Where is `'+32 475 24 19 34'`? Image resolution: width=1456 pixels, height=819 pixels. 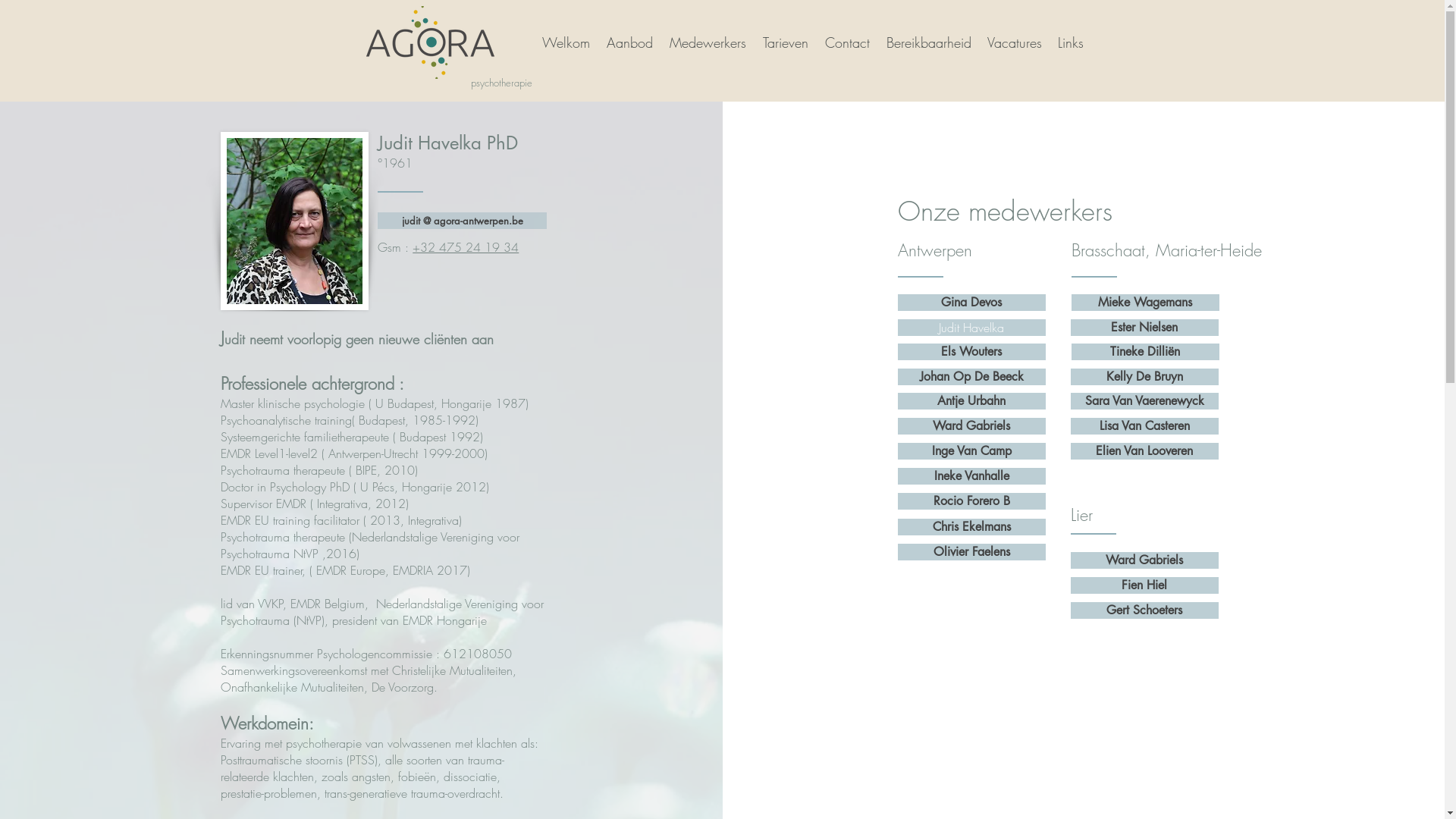 '+32 475 24 19 34' is located at coordinates (465, 246).